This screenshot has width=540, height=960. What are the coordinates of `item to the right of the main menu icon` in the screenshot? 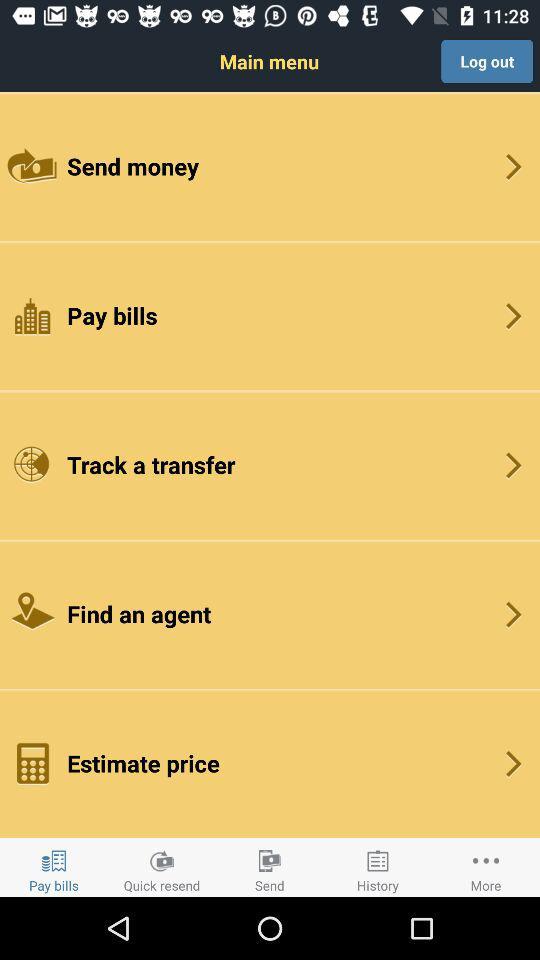 It's located at (486, 61).